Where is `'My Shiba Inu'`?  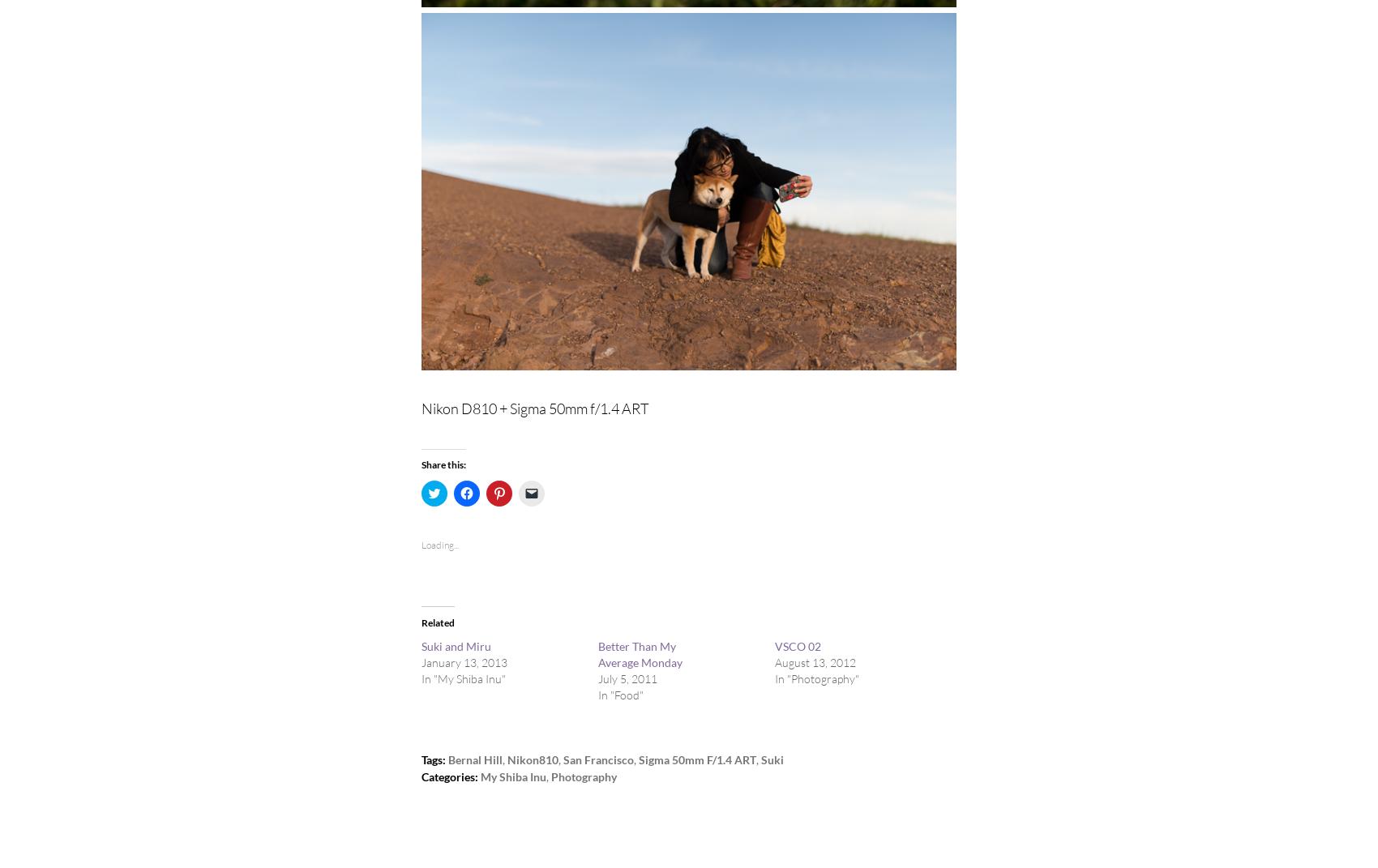
'My Shiba Inu' is located at coordinates (479, 776).